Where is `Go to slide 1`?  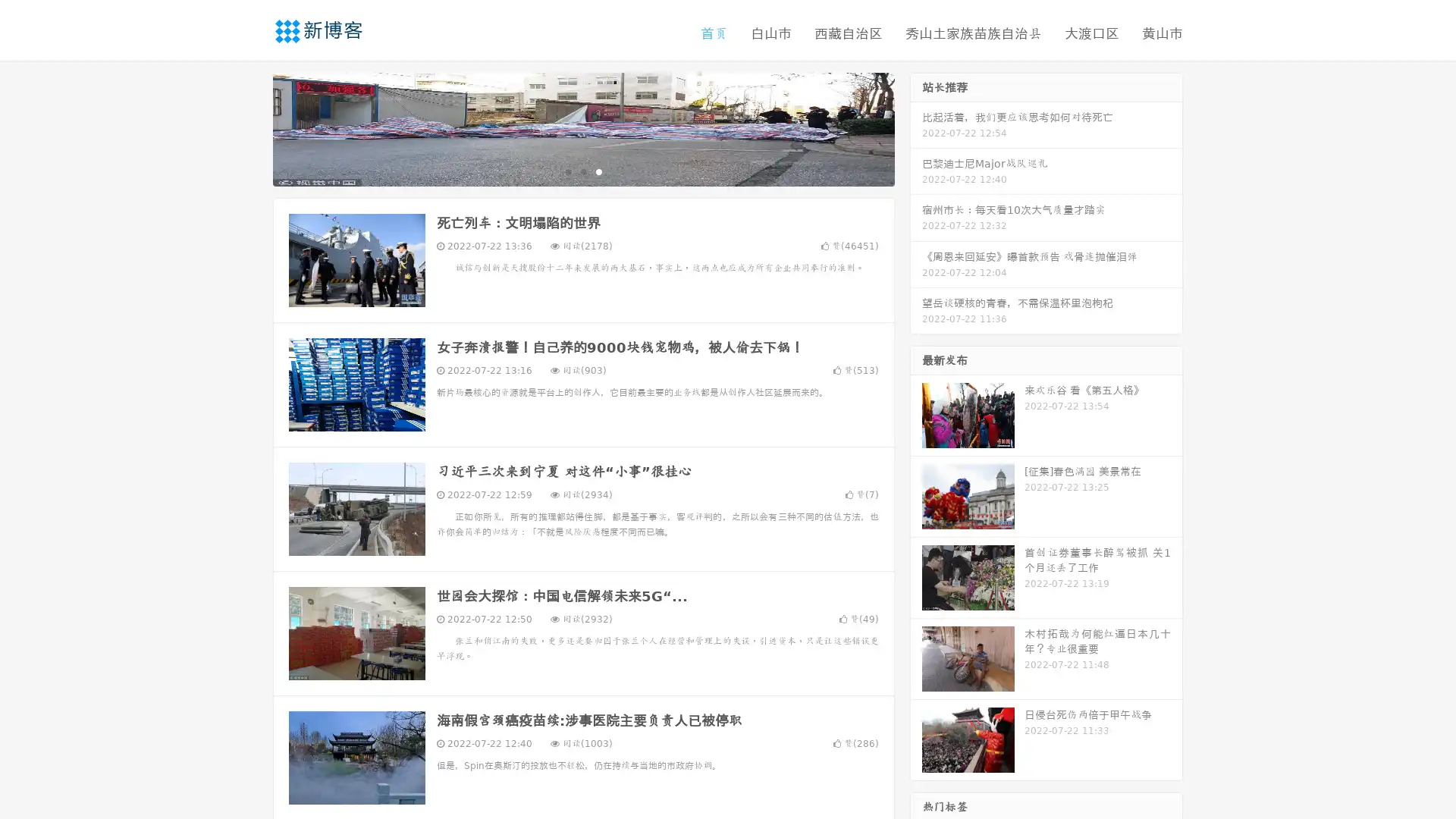 Go to slide 1 is located at coordinates (567, 171).